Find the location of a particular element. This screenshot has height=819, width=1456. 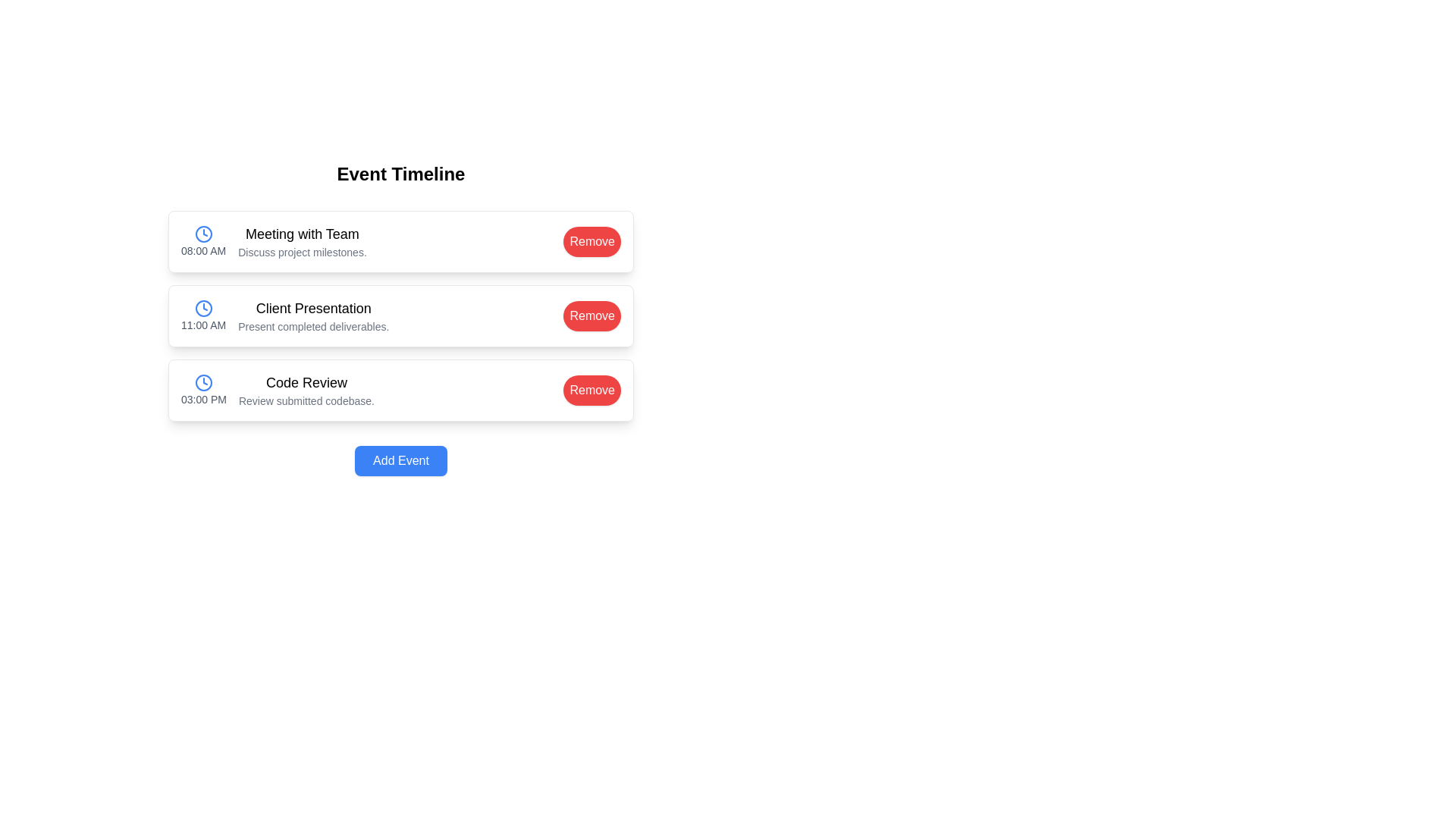

the text display component that provides details about the 'Client Presentation' event, located between '11:00 AM' and the 'Remove' button in the timeline list is located at coordinates (312, 315).